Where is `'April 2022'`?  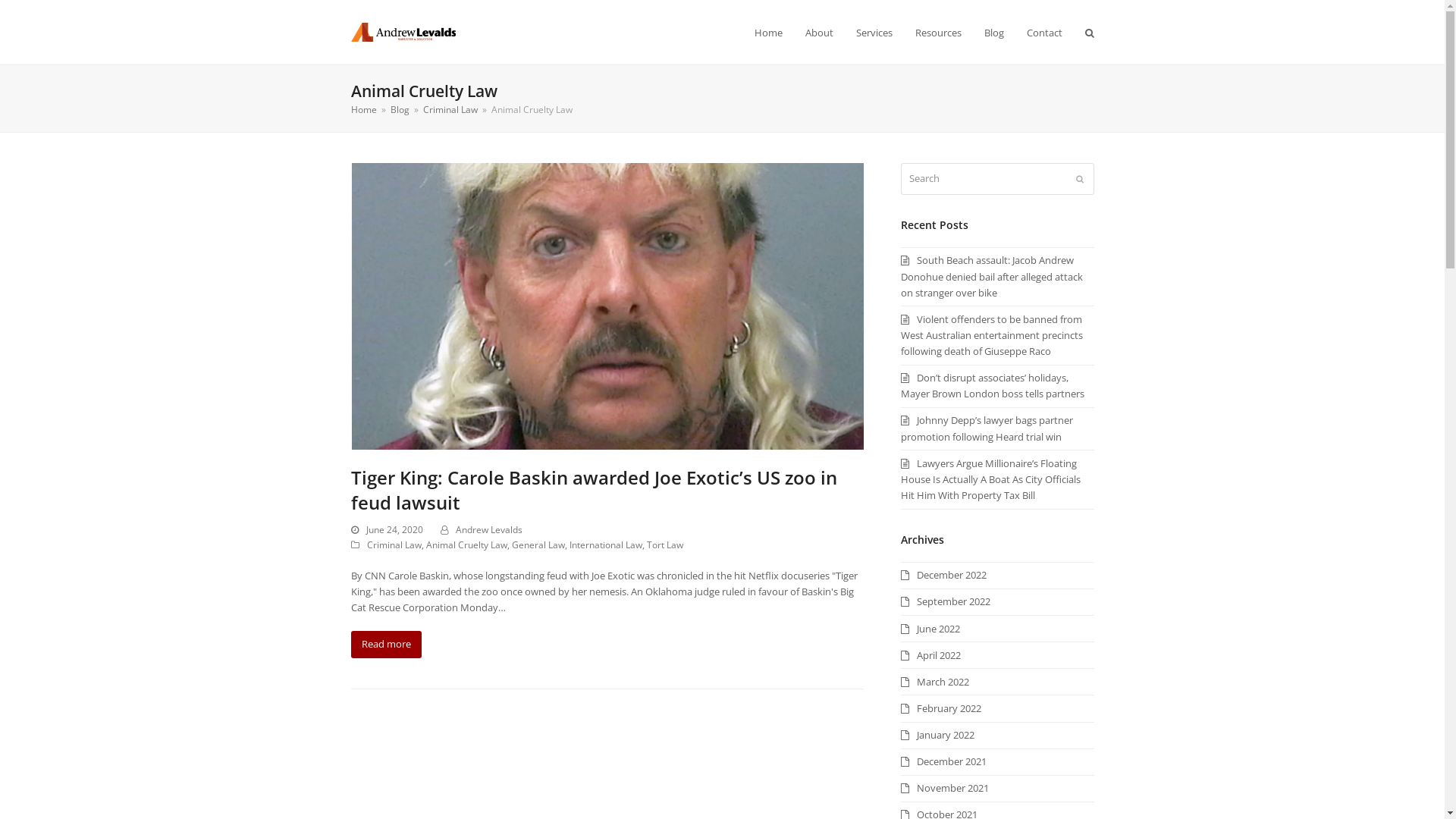 'April 2022' is located at coordinates (930, 654).